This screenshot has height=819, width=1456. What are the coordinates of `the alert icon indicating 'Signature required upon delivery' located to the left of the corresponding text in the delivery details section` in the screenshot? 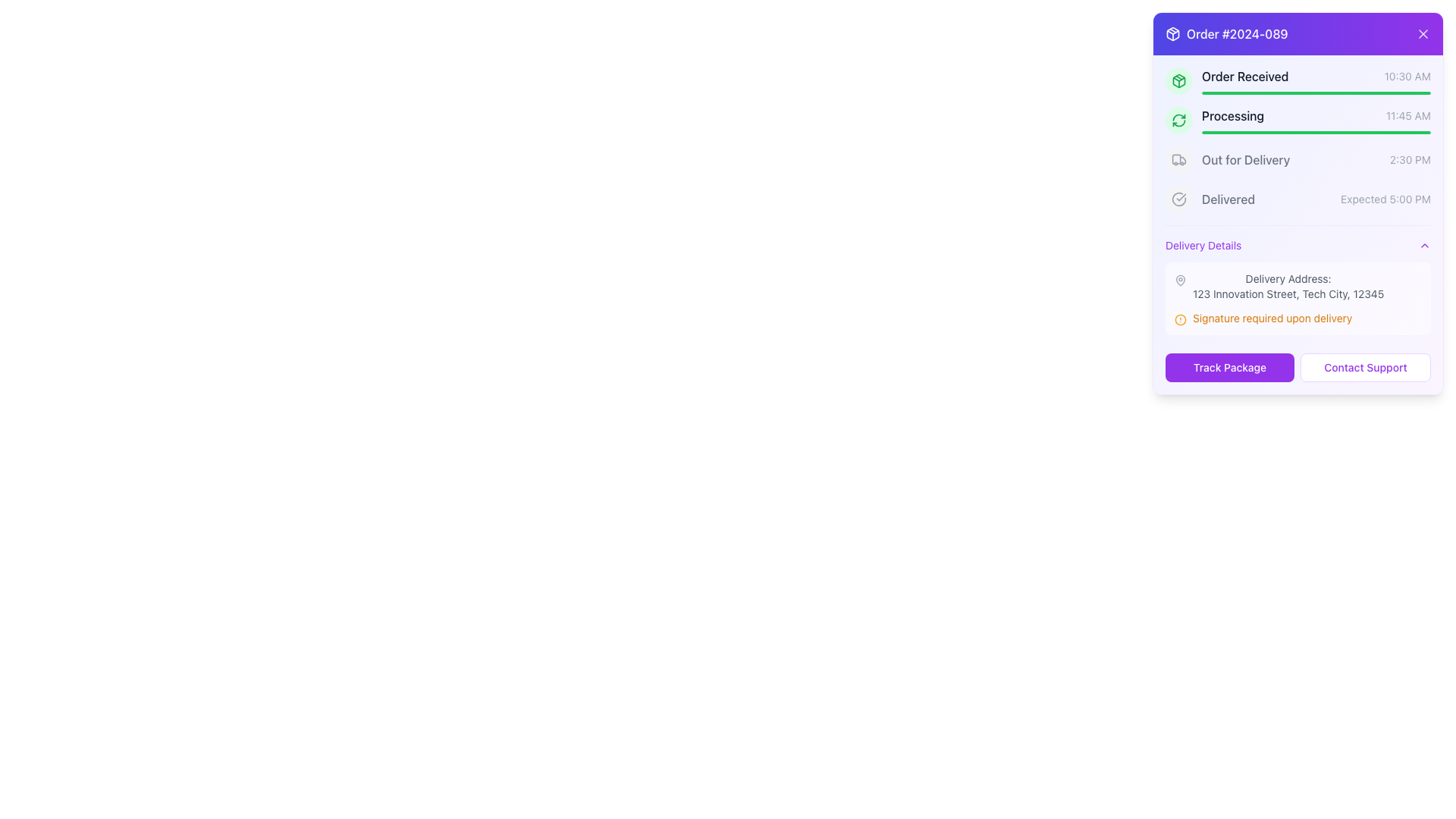 It's located at (1179, 318).